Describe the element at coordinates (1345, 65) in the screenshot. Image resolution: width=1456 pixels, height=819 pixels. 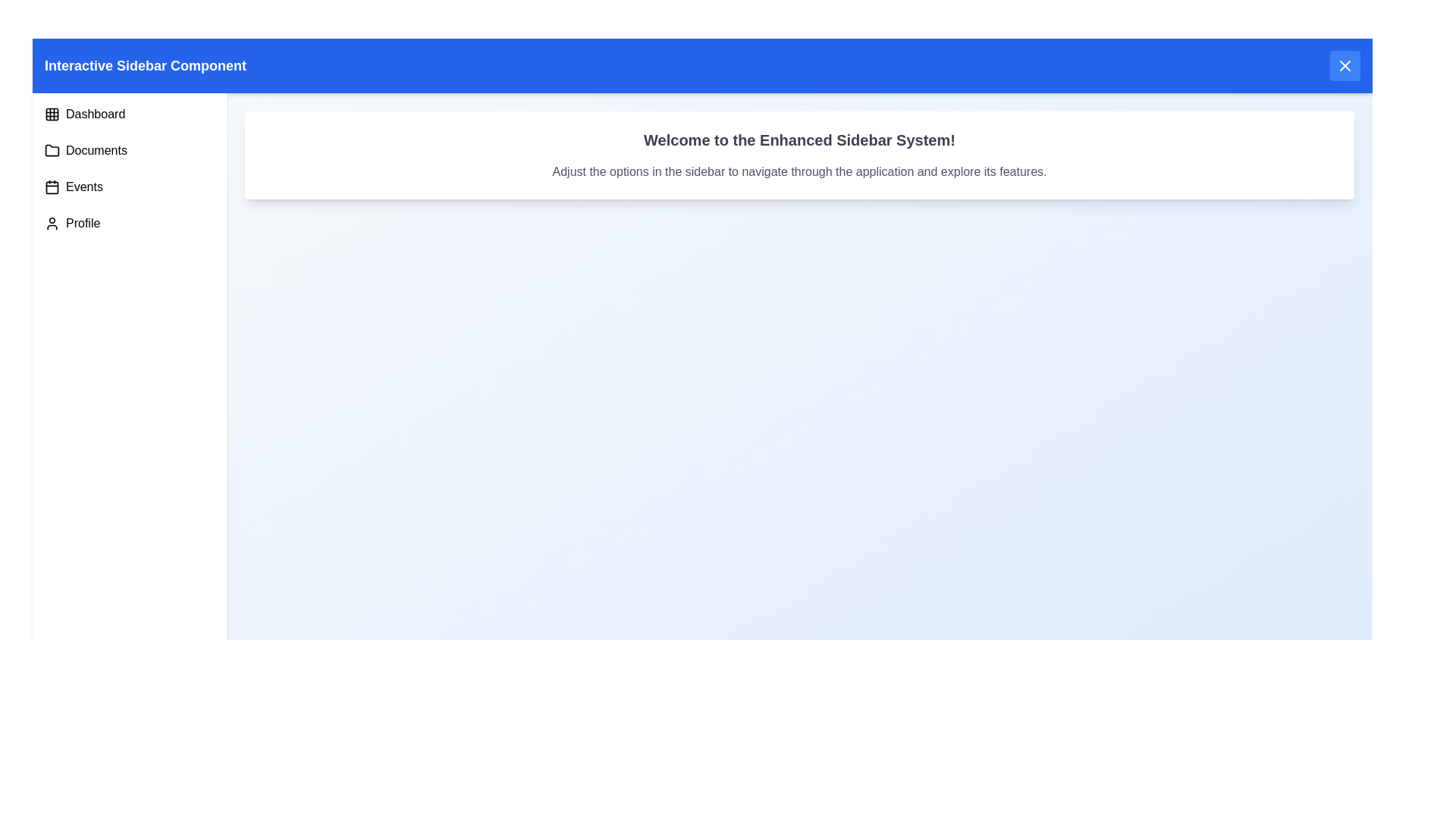
I see `the close button located in the top-right corner of the blue header area labeled 'Interactive Sidebar Component'` at that location.